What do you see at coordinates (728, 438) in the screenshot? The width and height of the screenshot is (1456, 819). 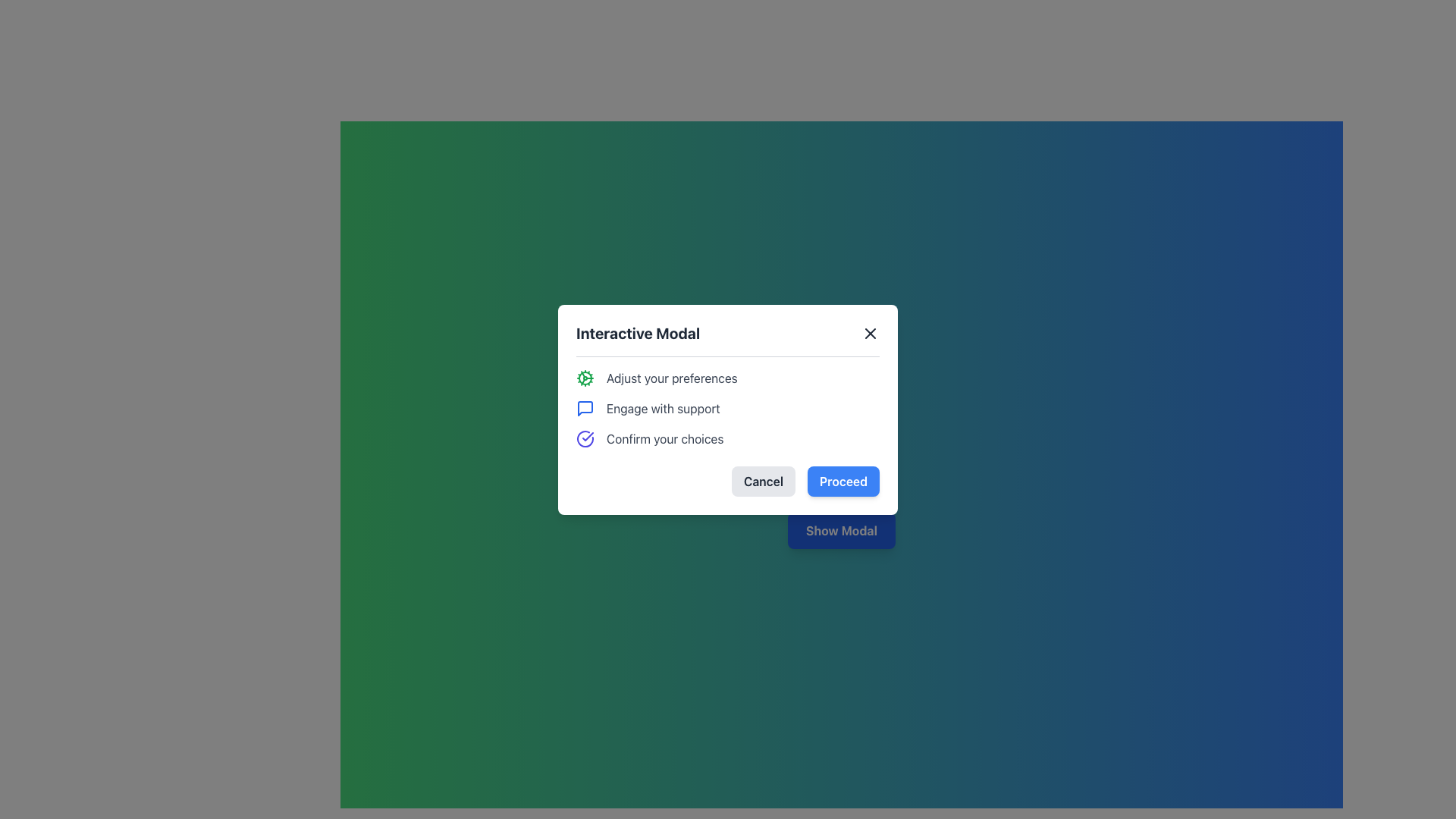 I see `the list item labeled 'Confirm your choices', which is the third entry in a vertical list within a modal window, positioned between 'Engage with support' and the action buttons 'Cancel' and 'Proceed'` at bounding box center [728, 438].